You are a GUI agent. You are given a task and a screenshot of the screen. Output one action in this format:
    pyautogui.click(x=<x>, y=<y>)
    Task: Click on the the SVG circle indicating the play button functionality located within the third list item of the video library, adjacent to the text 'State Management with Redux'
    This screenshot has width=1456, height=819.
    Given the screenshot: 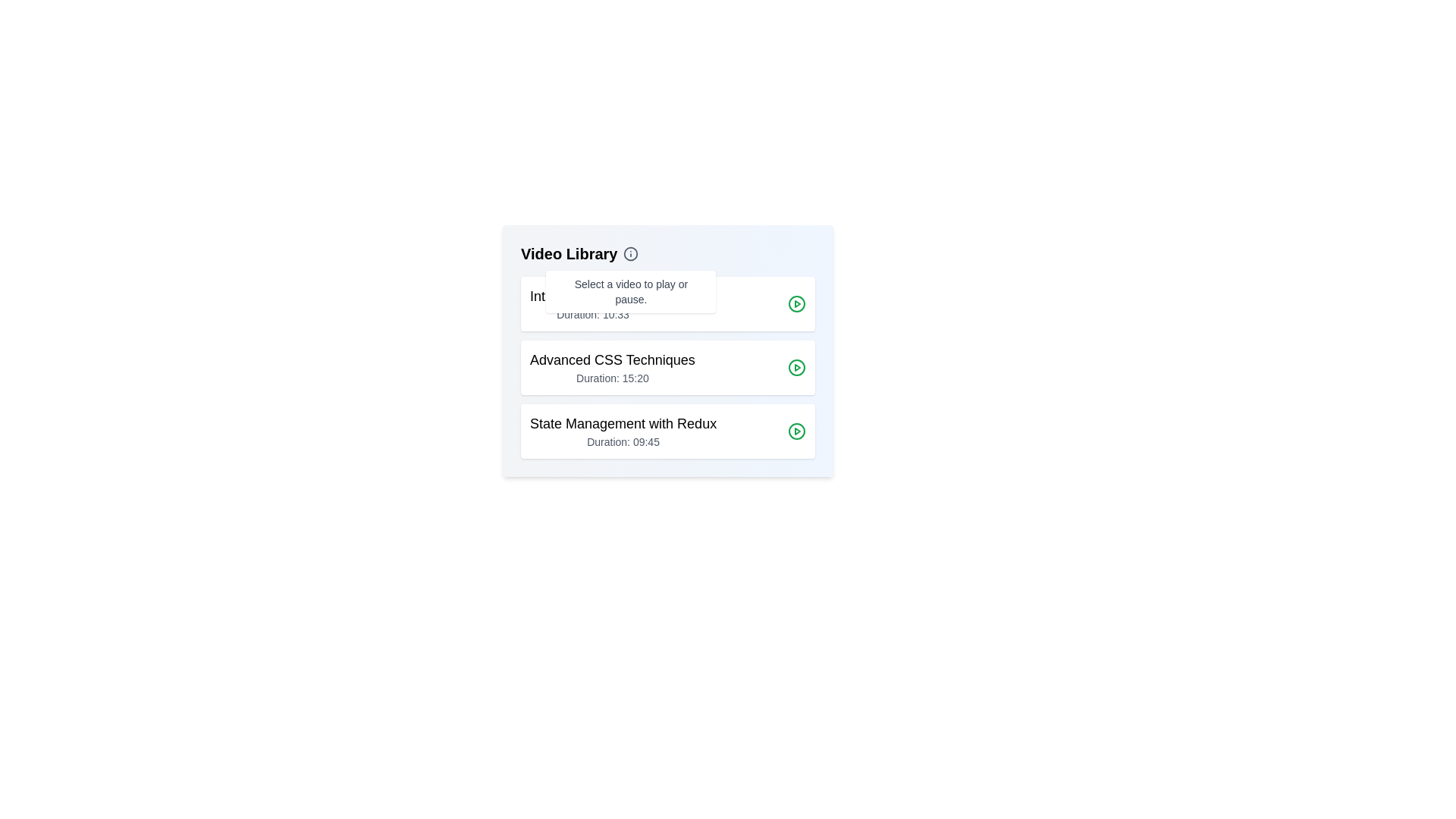 What is the action you would take?
    pyautogui.click(x=796, y=431)
    